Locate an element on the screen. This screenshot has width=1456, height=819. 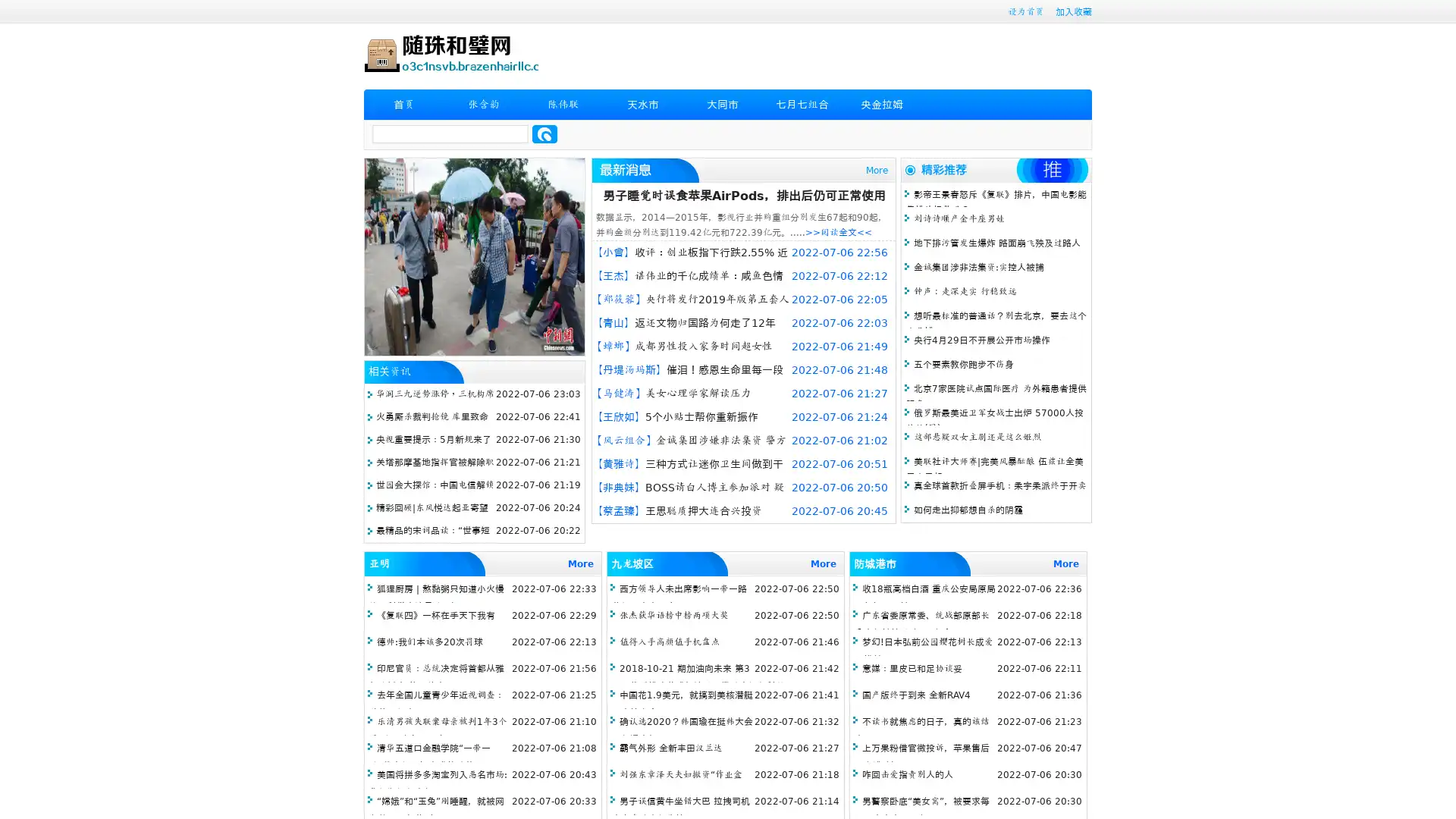
Search is located at coordinates (544, 133).